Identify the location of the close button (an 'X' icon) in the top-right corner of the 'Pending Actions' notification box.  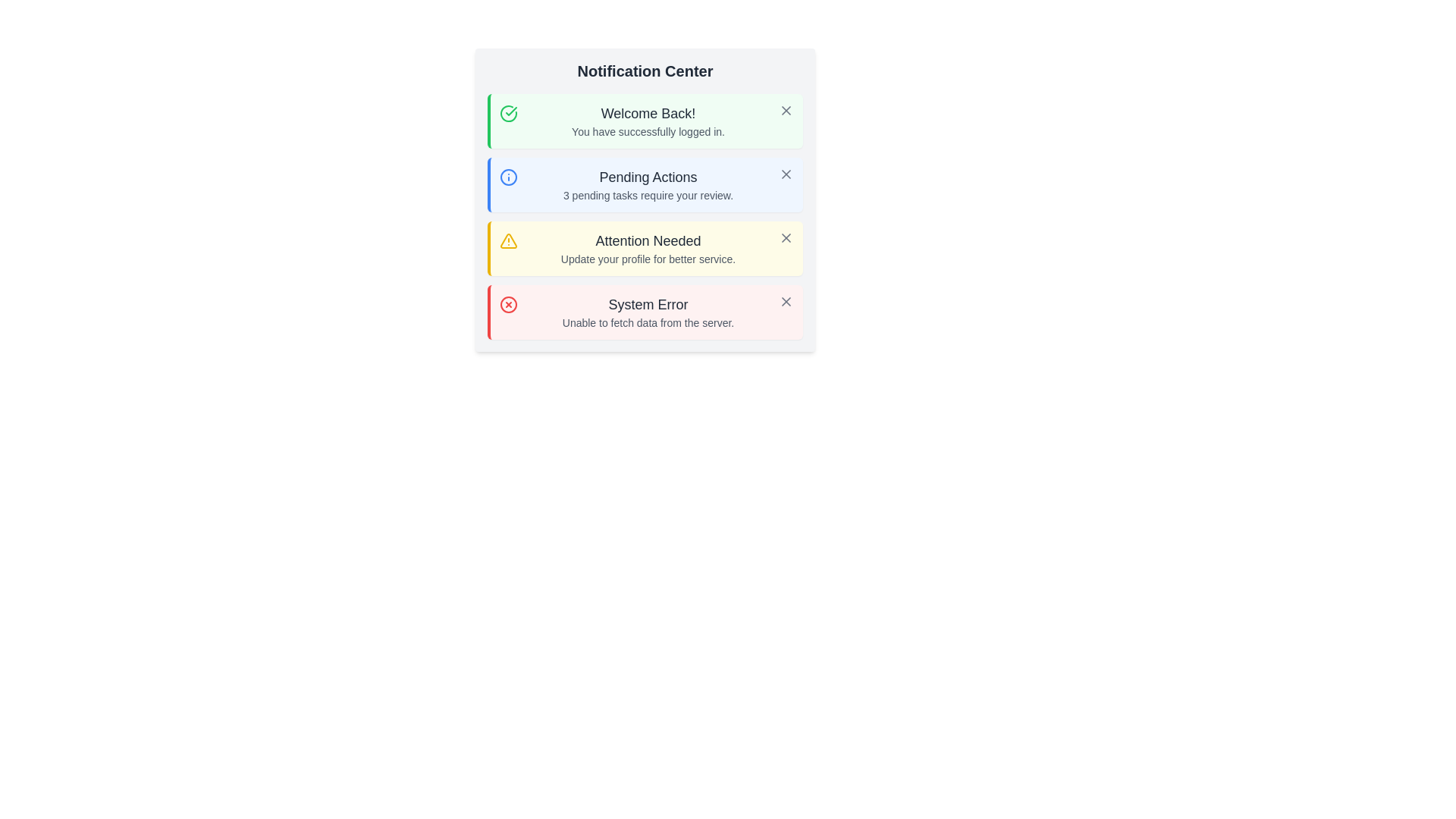
(786, 174).